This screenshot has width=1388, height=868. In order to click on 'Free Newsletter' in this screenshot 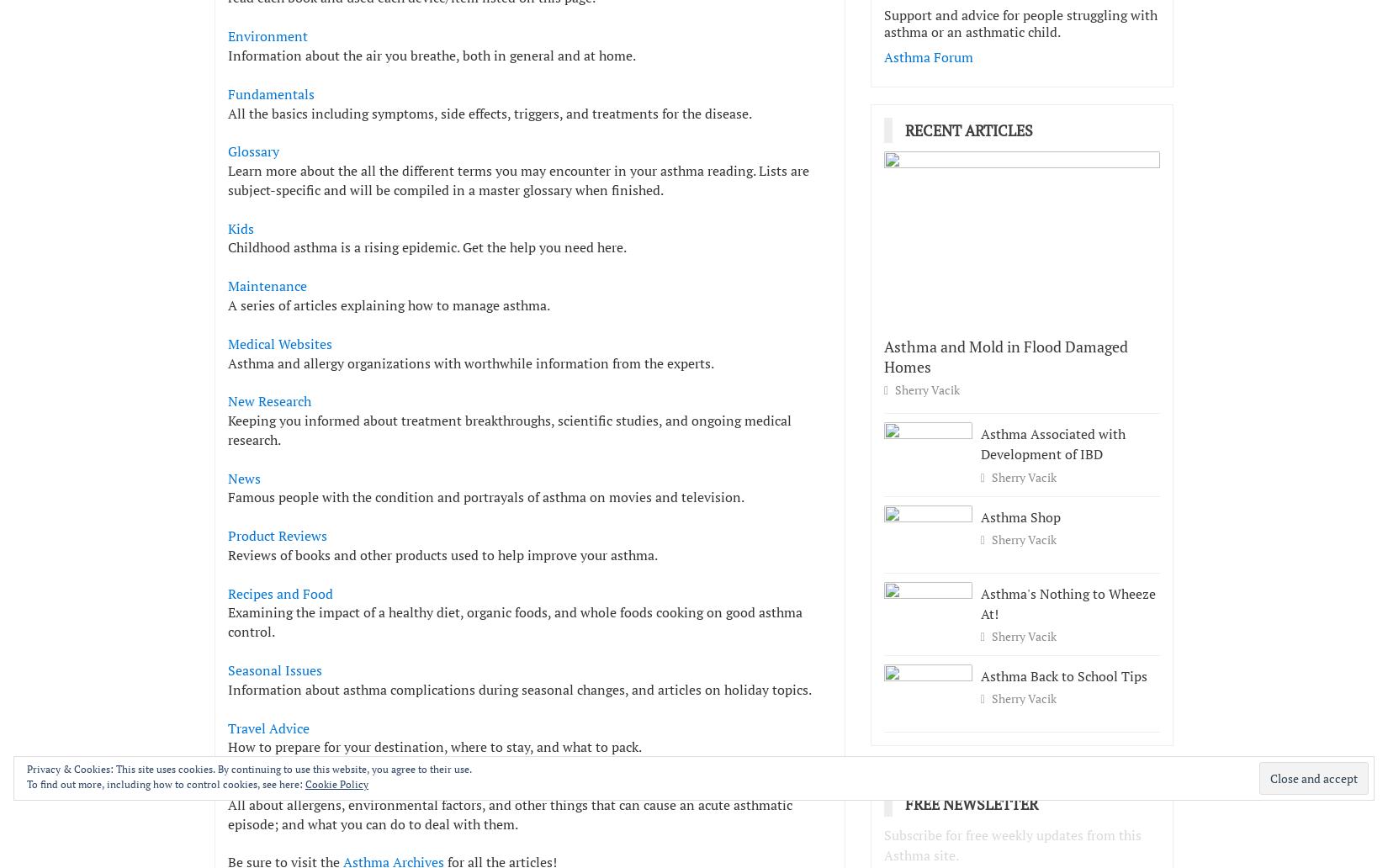, I will do `click(972, 802)`.